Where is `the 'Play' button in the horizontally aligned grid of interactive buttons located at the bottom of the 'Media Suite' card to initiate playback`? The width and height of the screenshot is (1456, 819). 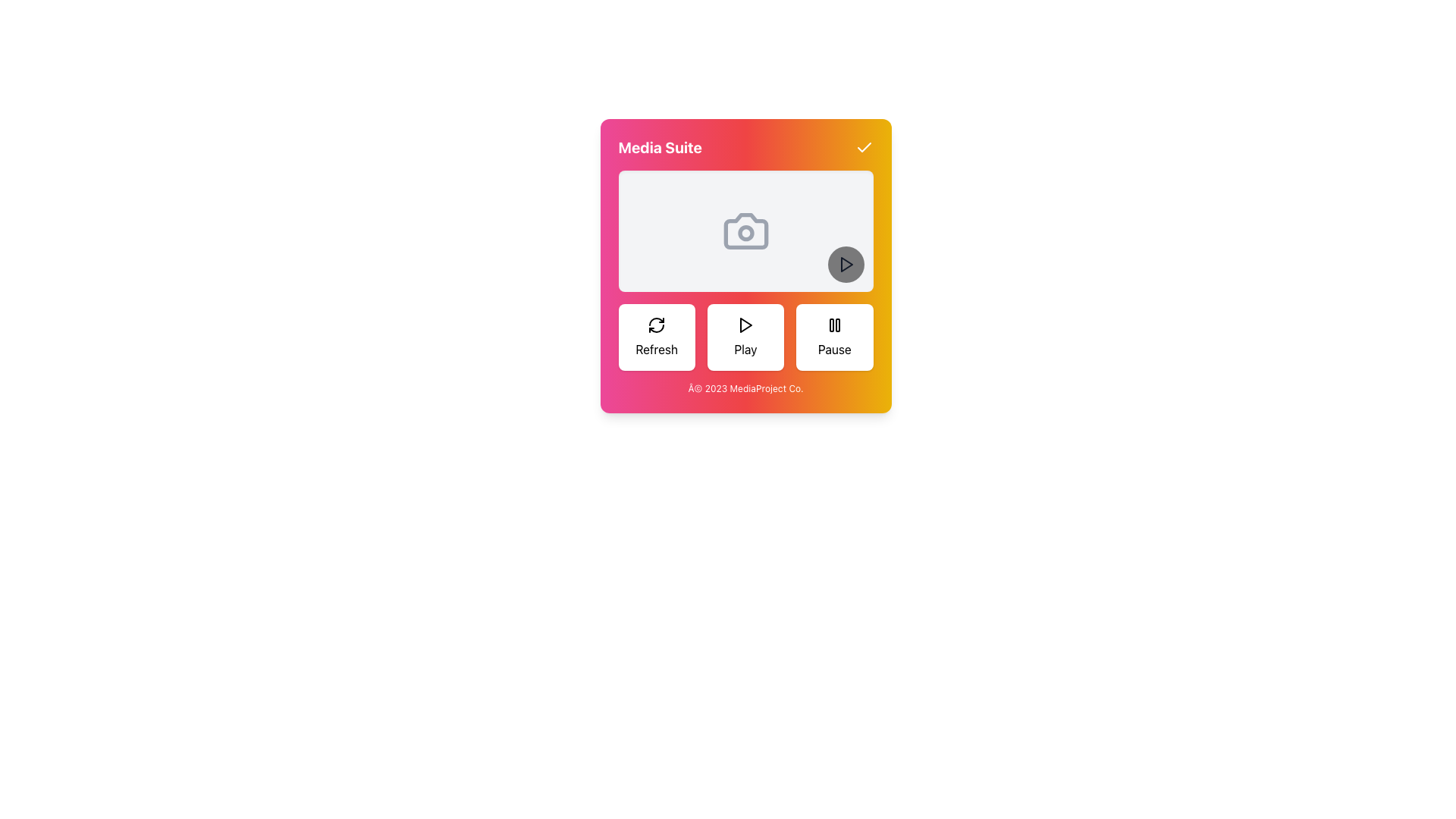
the 'Play' button in the horizontally aligned grid of interactive buttons located at the bottom of the 'Media Suite' card to initiate playback is located at coordinates (745, 336).